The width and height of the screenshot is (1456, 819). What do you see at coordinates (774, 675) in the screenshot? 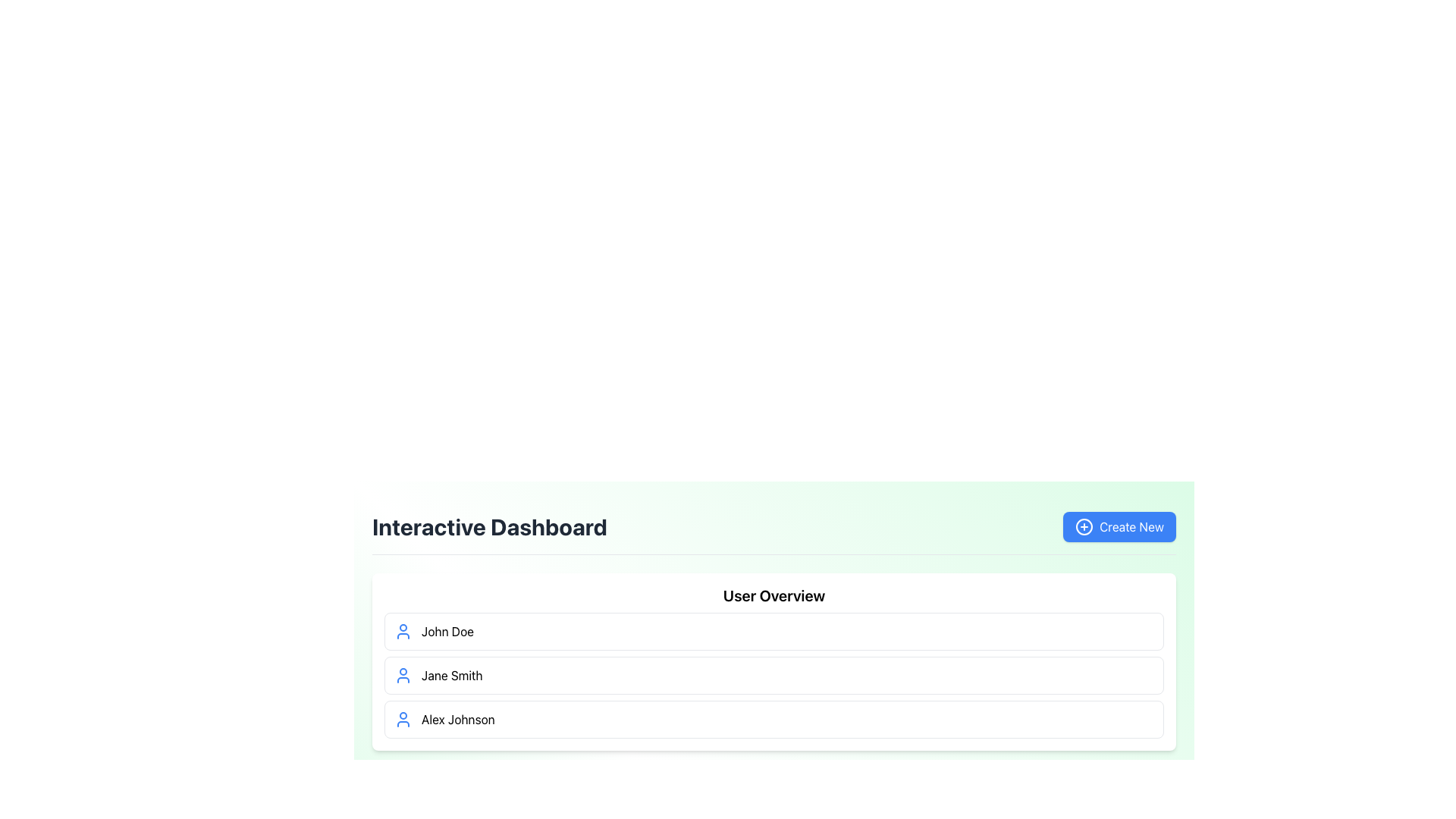
I see `user-specific information for the list item displaying 'Jane Smith', which is the second user entry in the list` at bounding box center [774, 675].